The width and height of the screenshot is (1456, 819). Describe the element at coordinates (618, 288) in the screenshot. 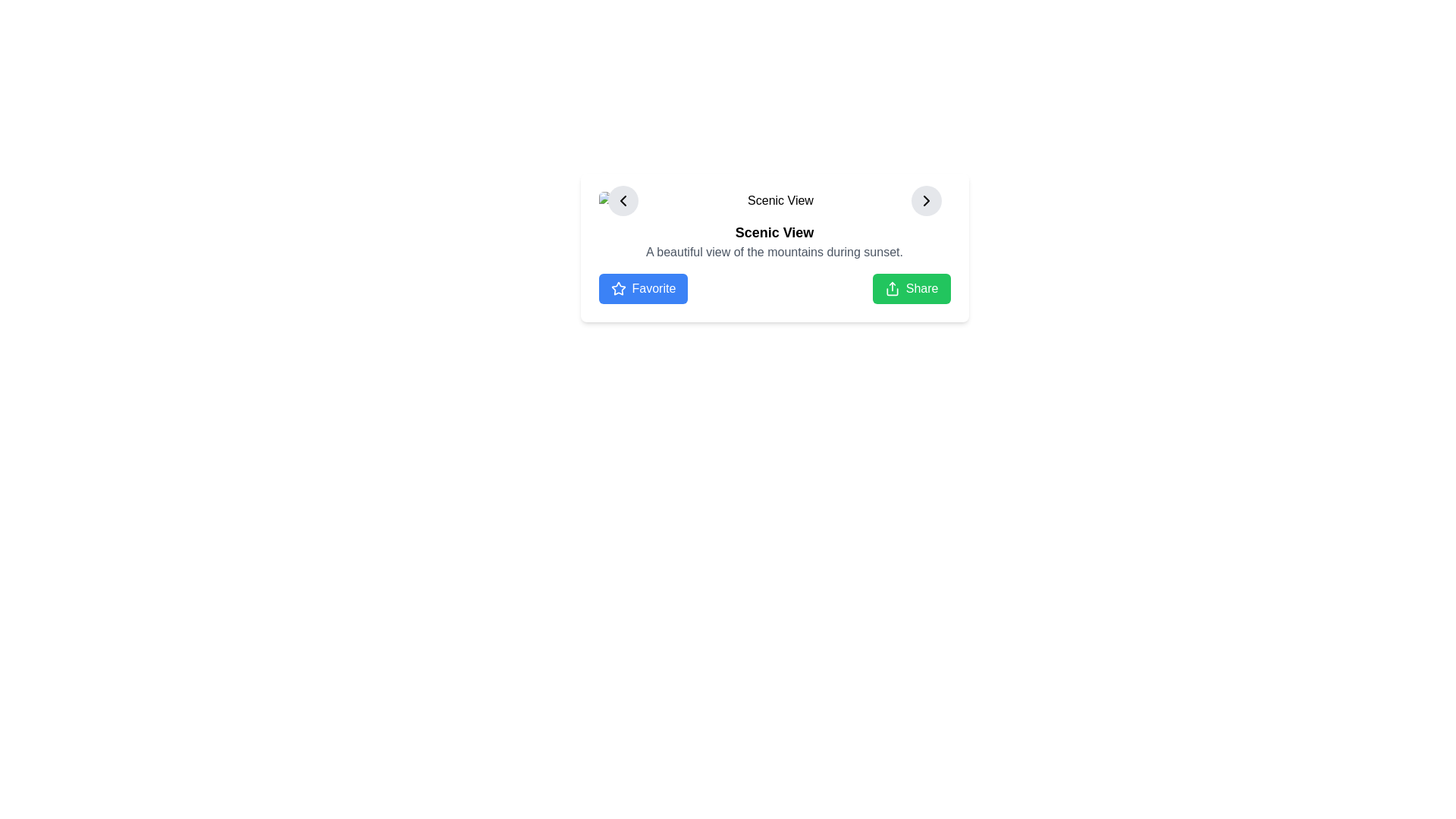

I see `the decorative icon located at the left bottom section of the card interface, grouped with the 'Favorite' button` at that location.